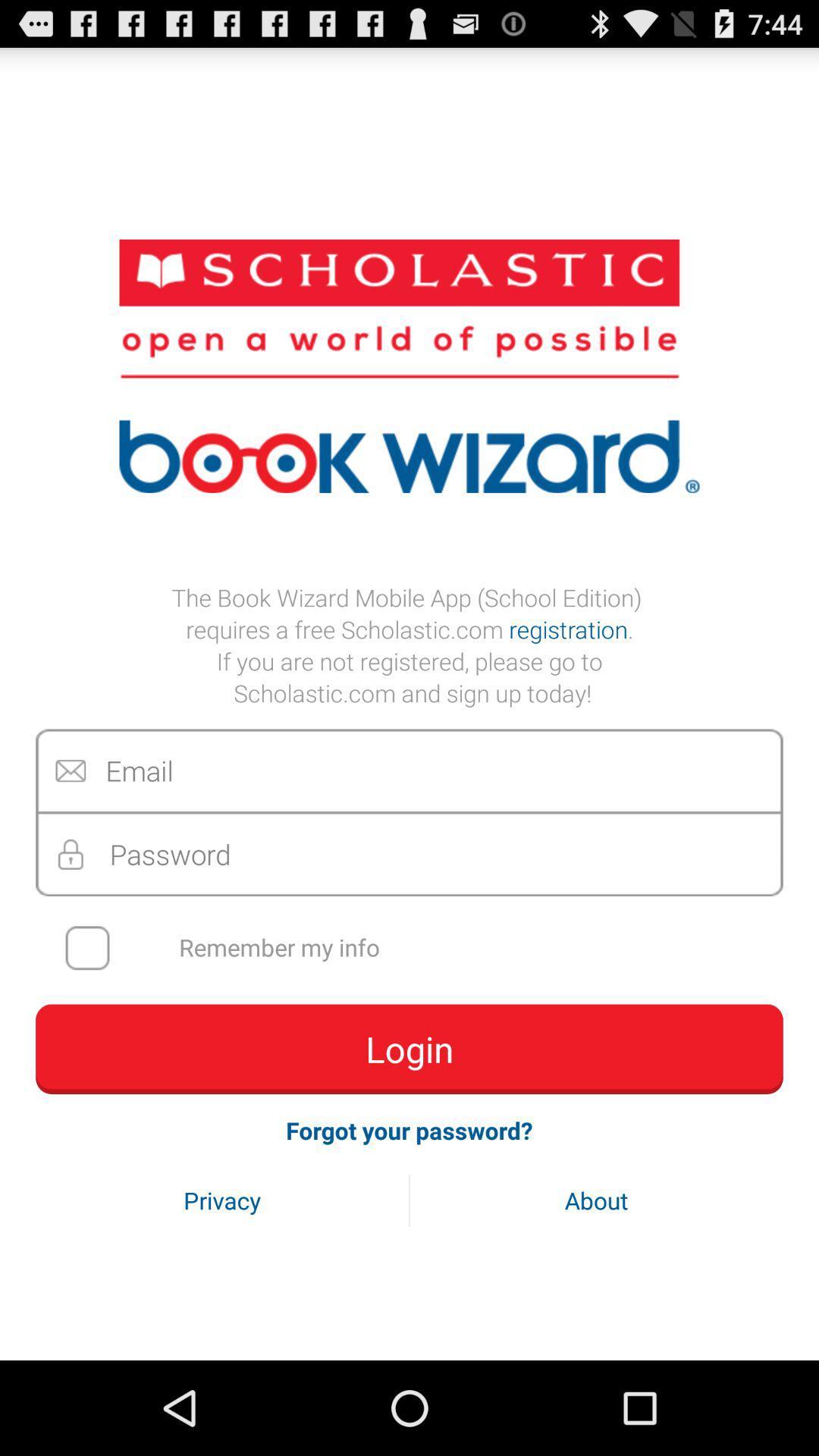 The height and width of the screenshot is (1456, 819). I want to click on item to the right of the privacy, so click(595, 1200).